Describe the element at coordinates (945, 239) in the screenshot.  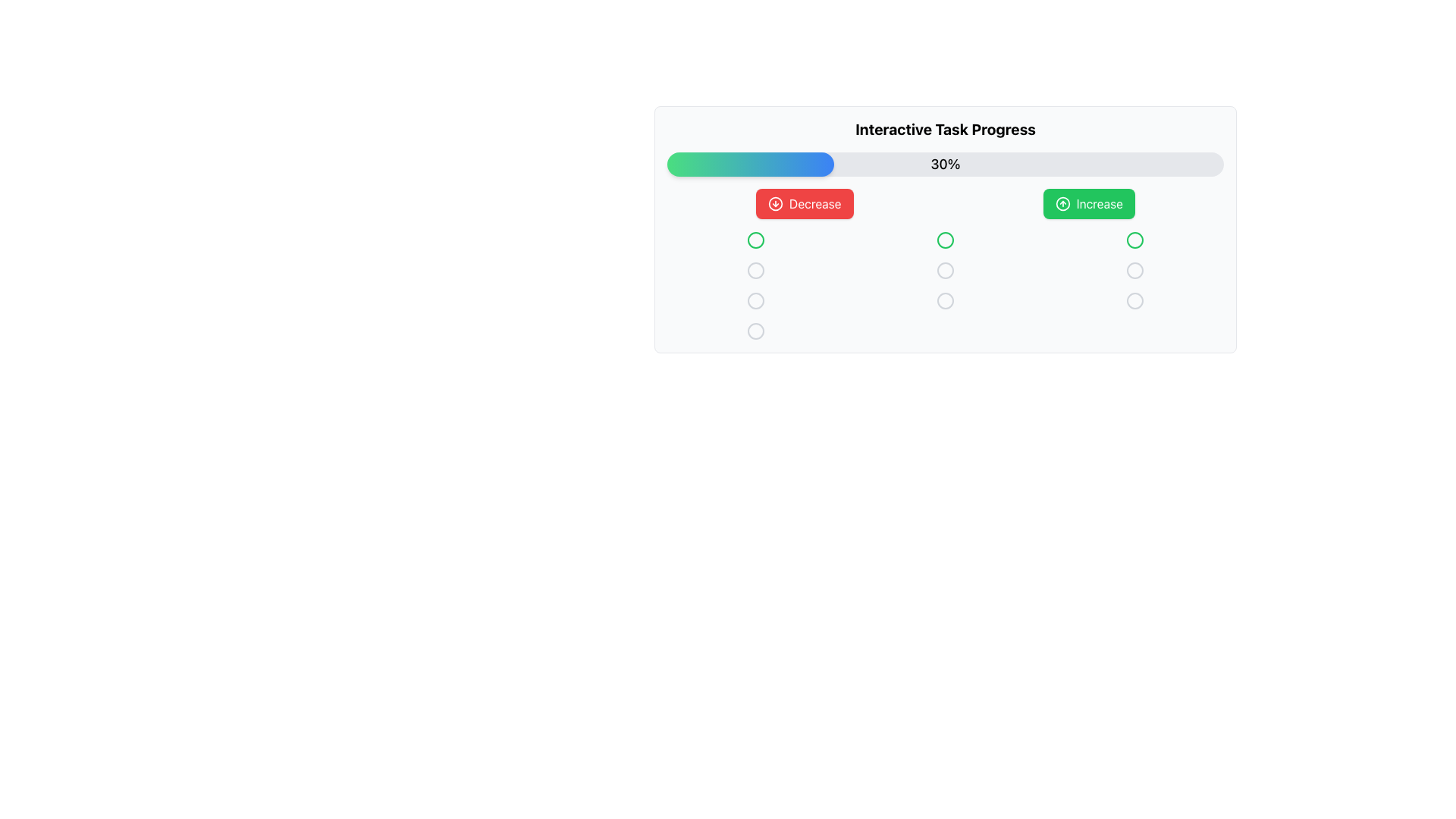
I see `the decorative Circle (SVG Element) located within the center column of the interface, directly below the 'Decrease' and 'Increase' buttons` at that location.